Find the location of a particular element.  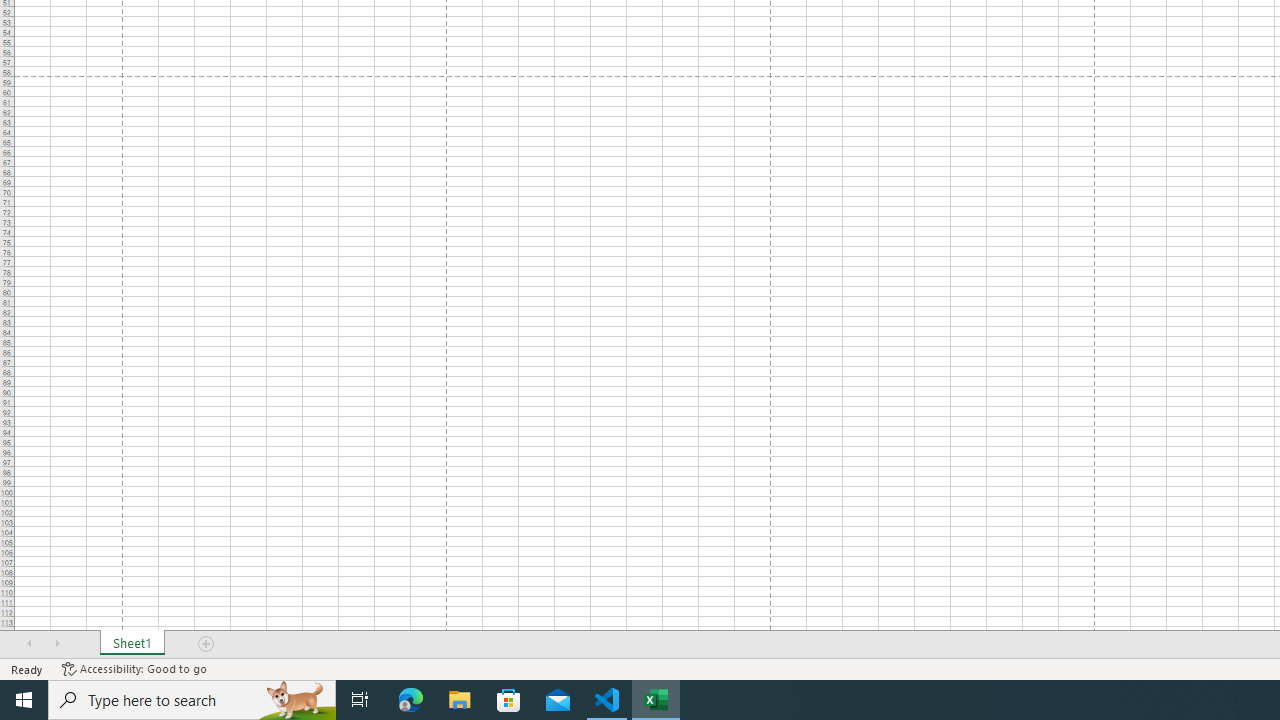

'Add Sheet' is located at coordinates (207, 644).